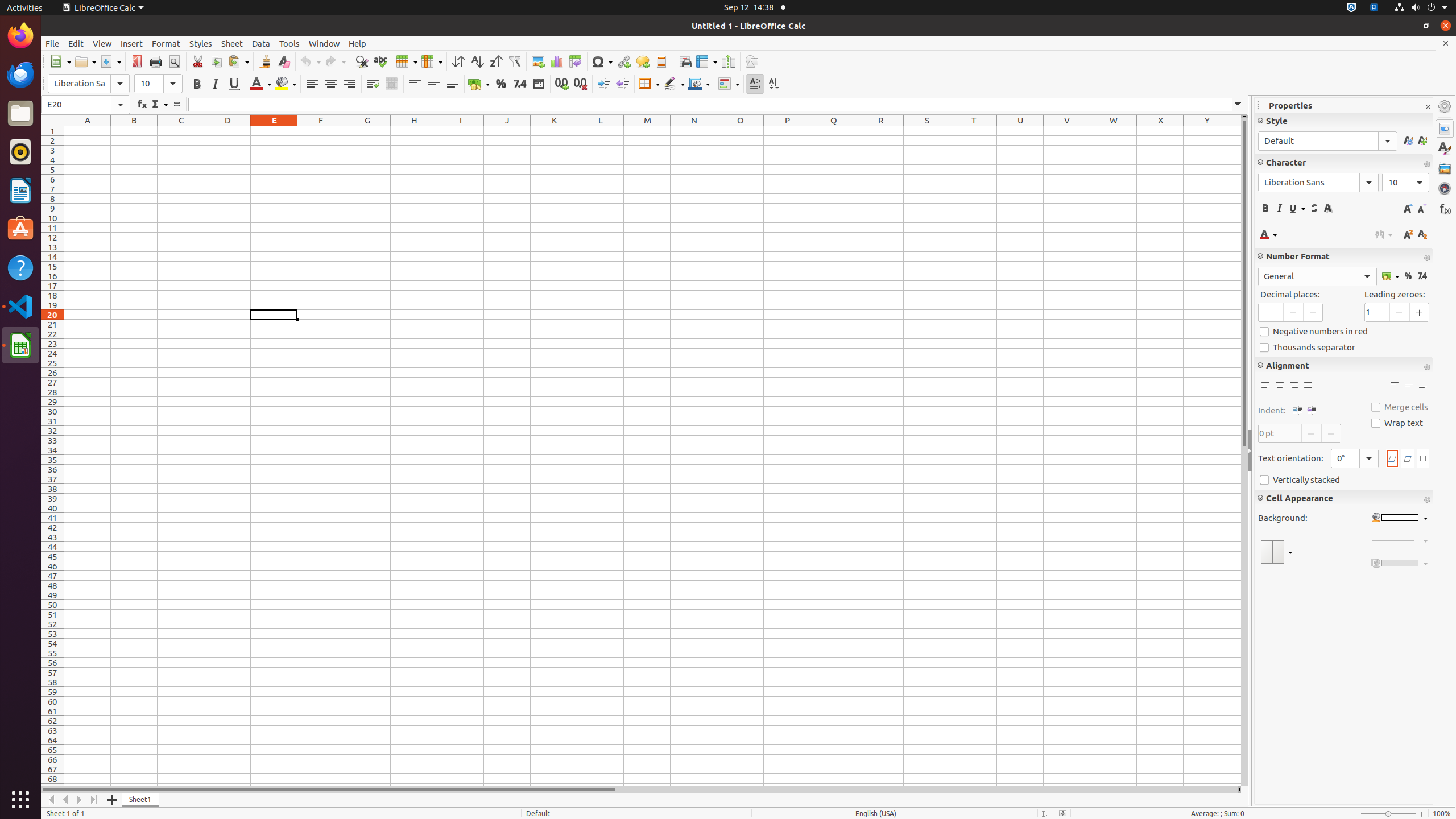 This screenshot has height=819, width=1456. I want to click on 'Column', so click(431, 61).